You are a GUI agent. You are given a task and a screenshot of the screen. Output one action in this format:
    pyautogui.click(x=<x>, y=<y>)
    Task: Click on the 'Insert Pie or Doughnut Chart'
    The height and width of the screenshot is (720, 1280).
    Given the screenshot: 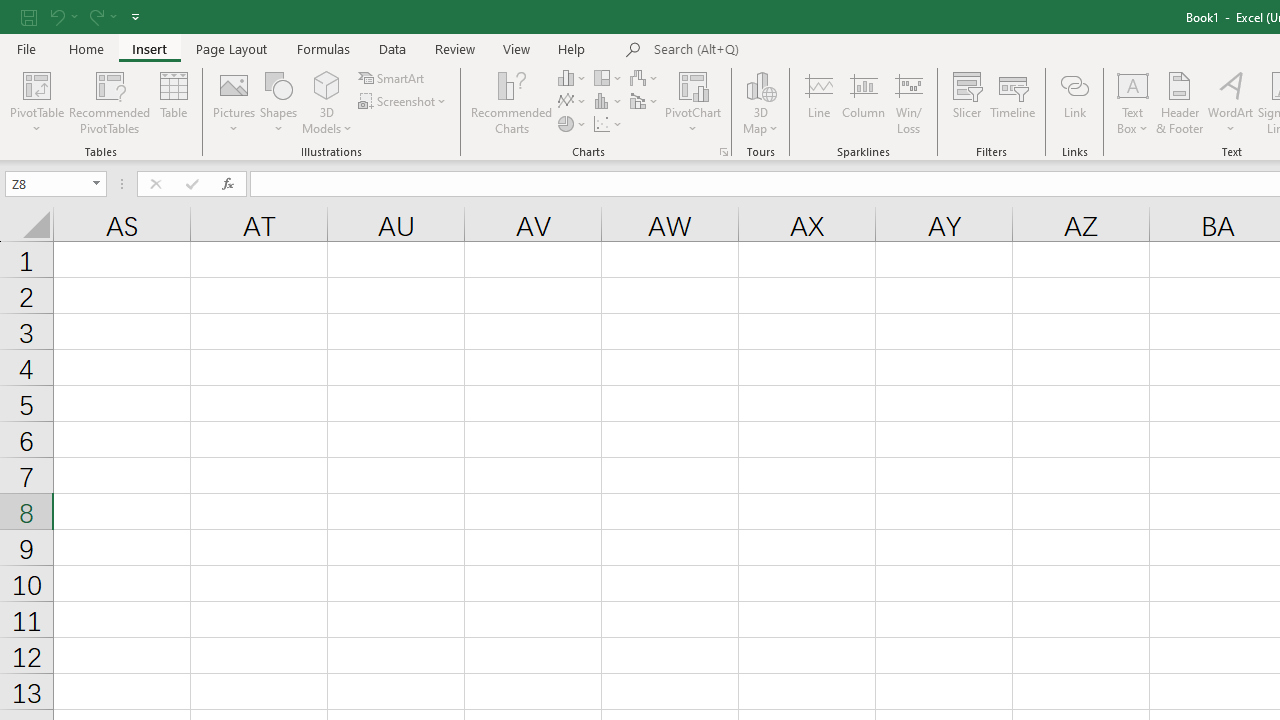 What is the action you would take?
    pyautogui.click(x=572, y=124)
    